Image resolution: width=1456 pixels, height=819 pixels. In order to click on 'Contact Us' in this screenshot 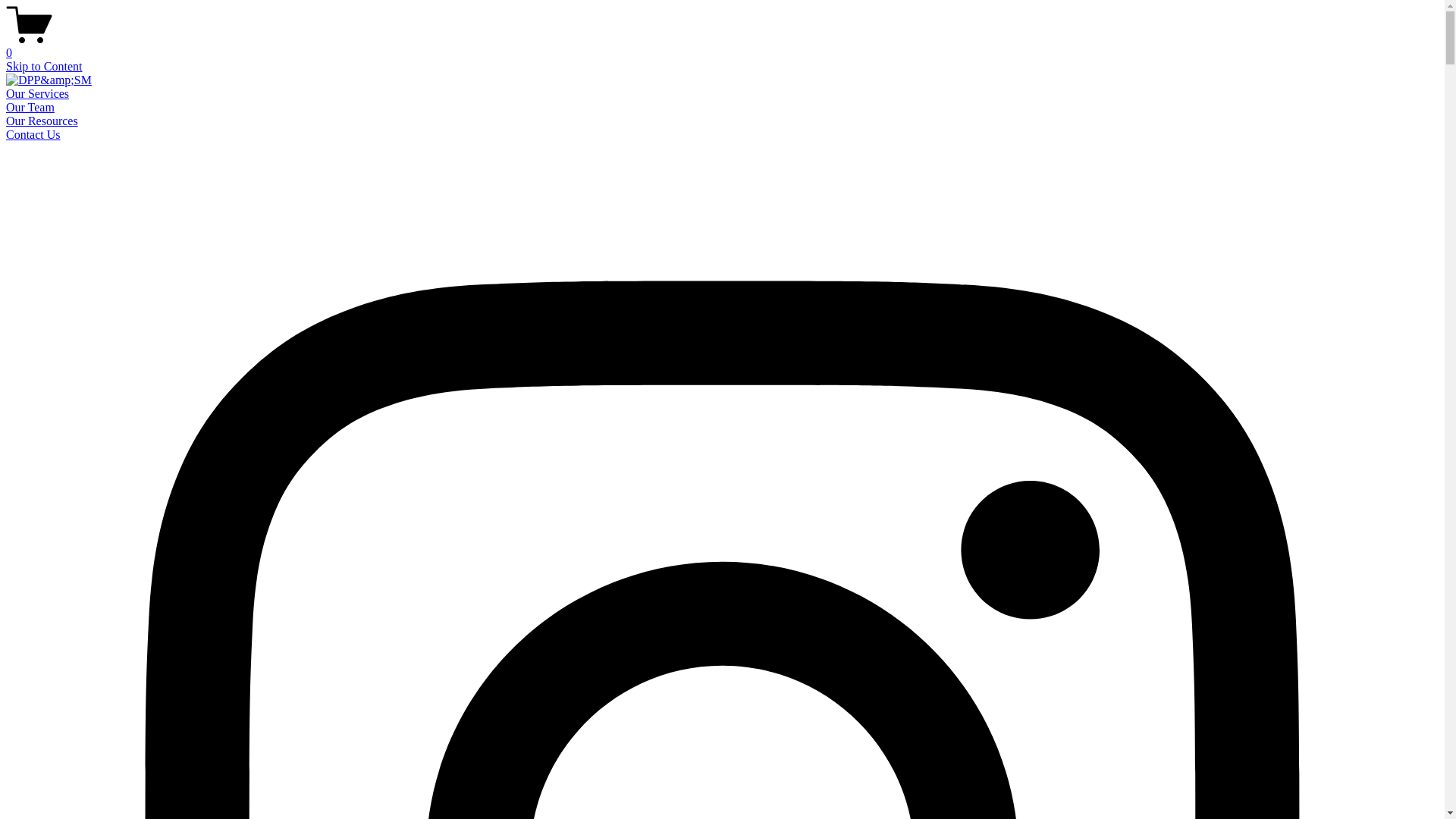, I will do `click(33, 133)`.